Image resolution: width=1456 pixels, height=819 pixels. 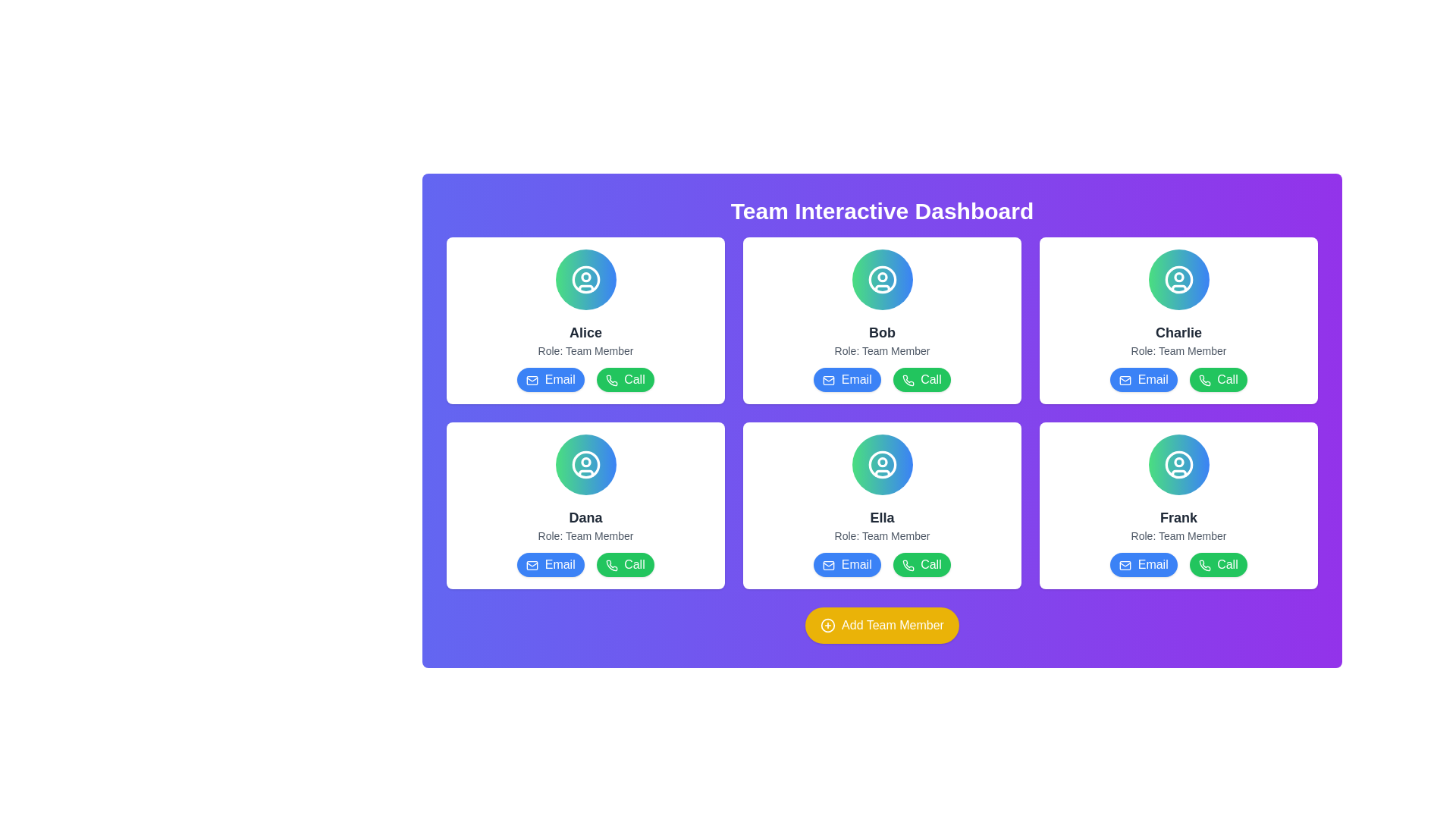 What do you see at coordinates (882, 350) in the screenshot?
I see `static text label indicating the role of the person as 'Team Member' located below the name 'Bob' in the profile card` at bounding box center [882, 350].